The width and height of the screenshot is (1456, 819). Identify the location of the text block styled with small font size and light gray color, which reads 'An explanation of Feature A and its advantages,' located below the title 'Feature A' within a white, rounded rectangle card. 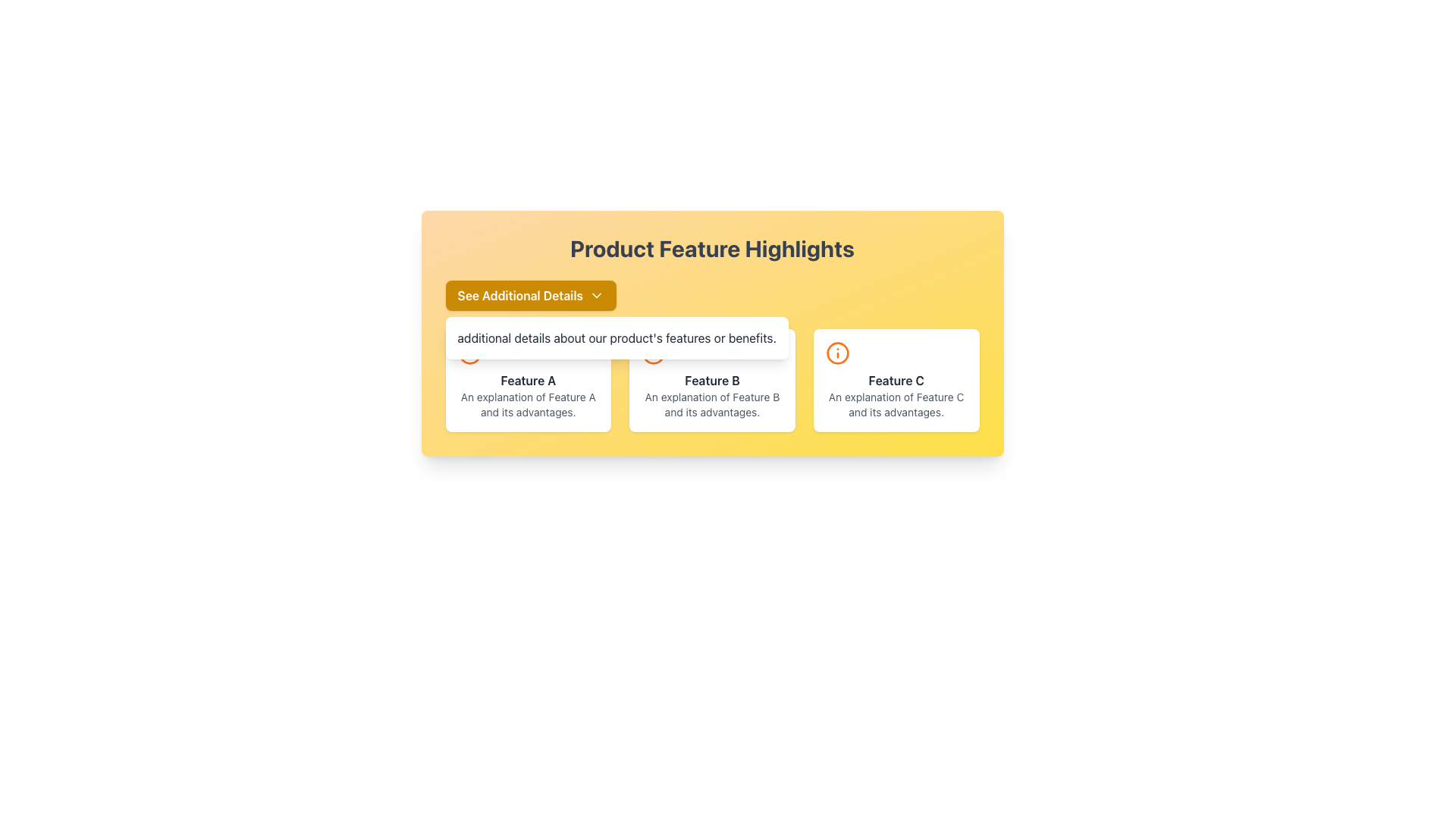
(528, 403).